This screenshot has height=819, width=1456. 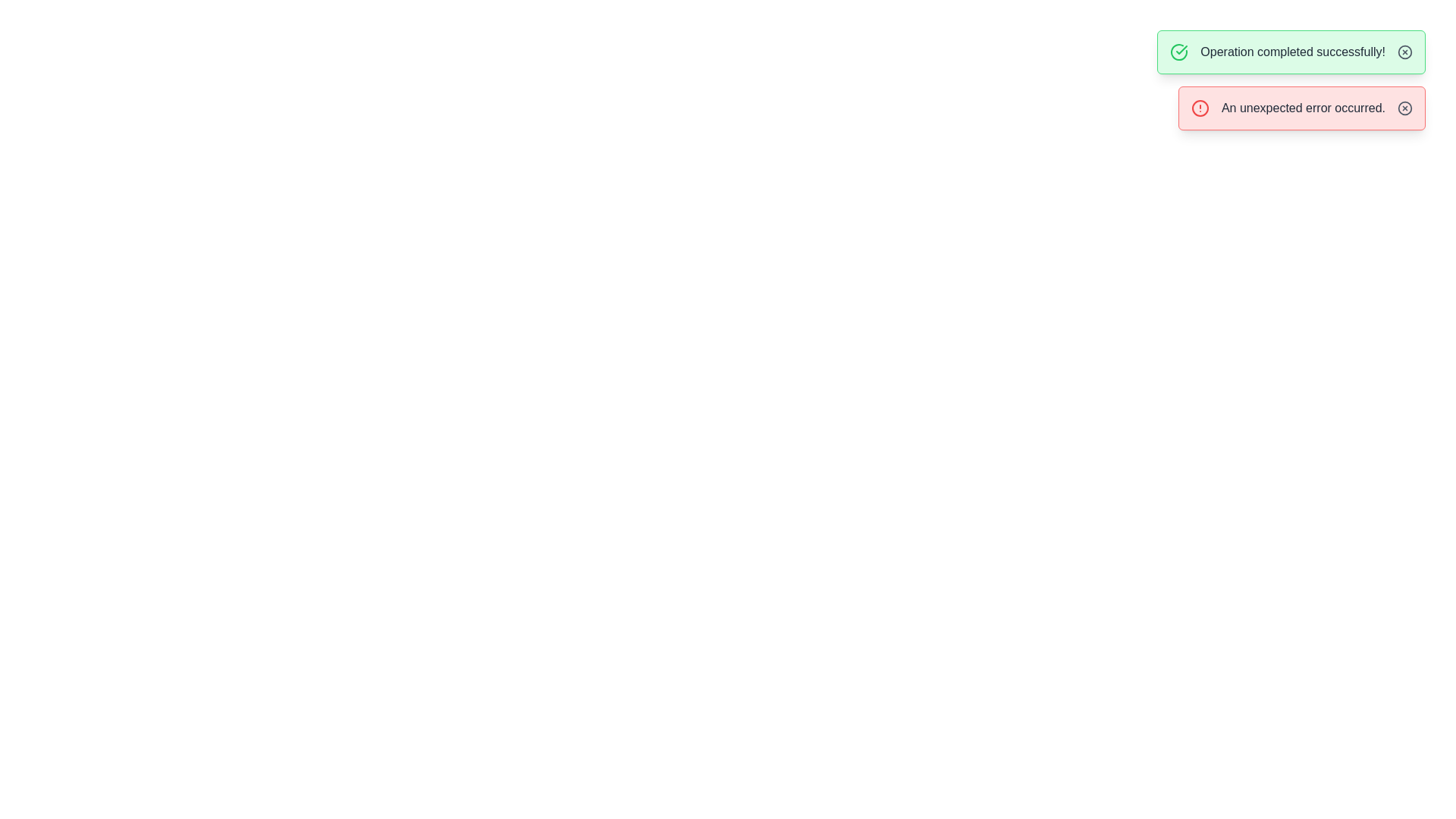 I want to click on the close button located at the far right end of the green notification bar containing the message 'Operation completed successfully!' to observe the color change, so click(x=1404, y=52).